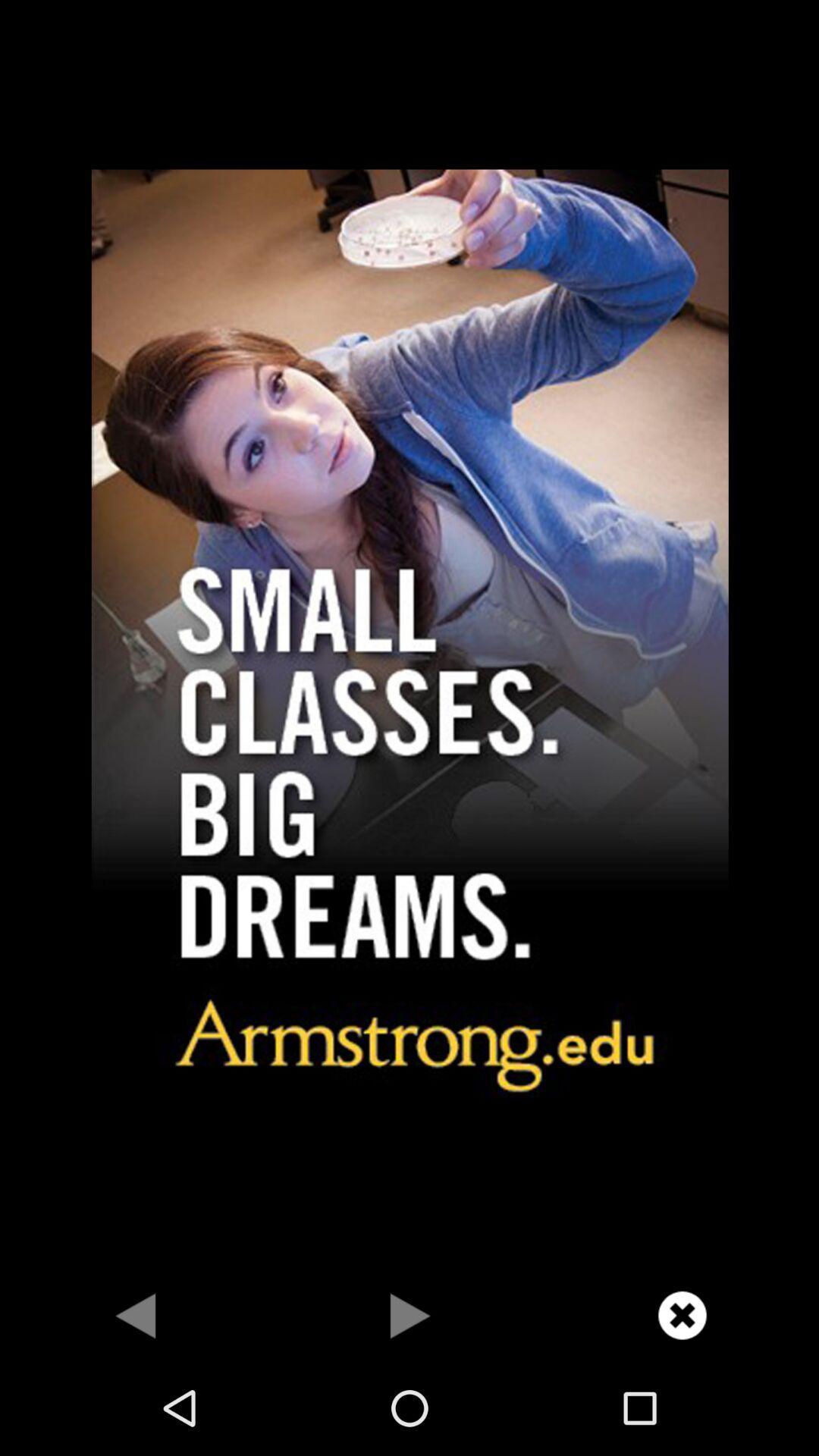  I want to click on for back, so click(136, 1314).